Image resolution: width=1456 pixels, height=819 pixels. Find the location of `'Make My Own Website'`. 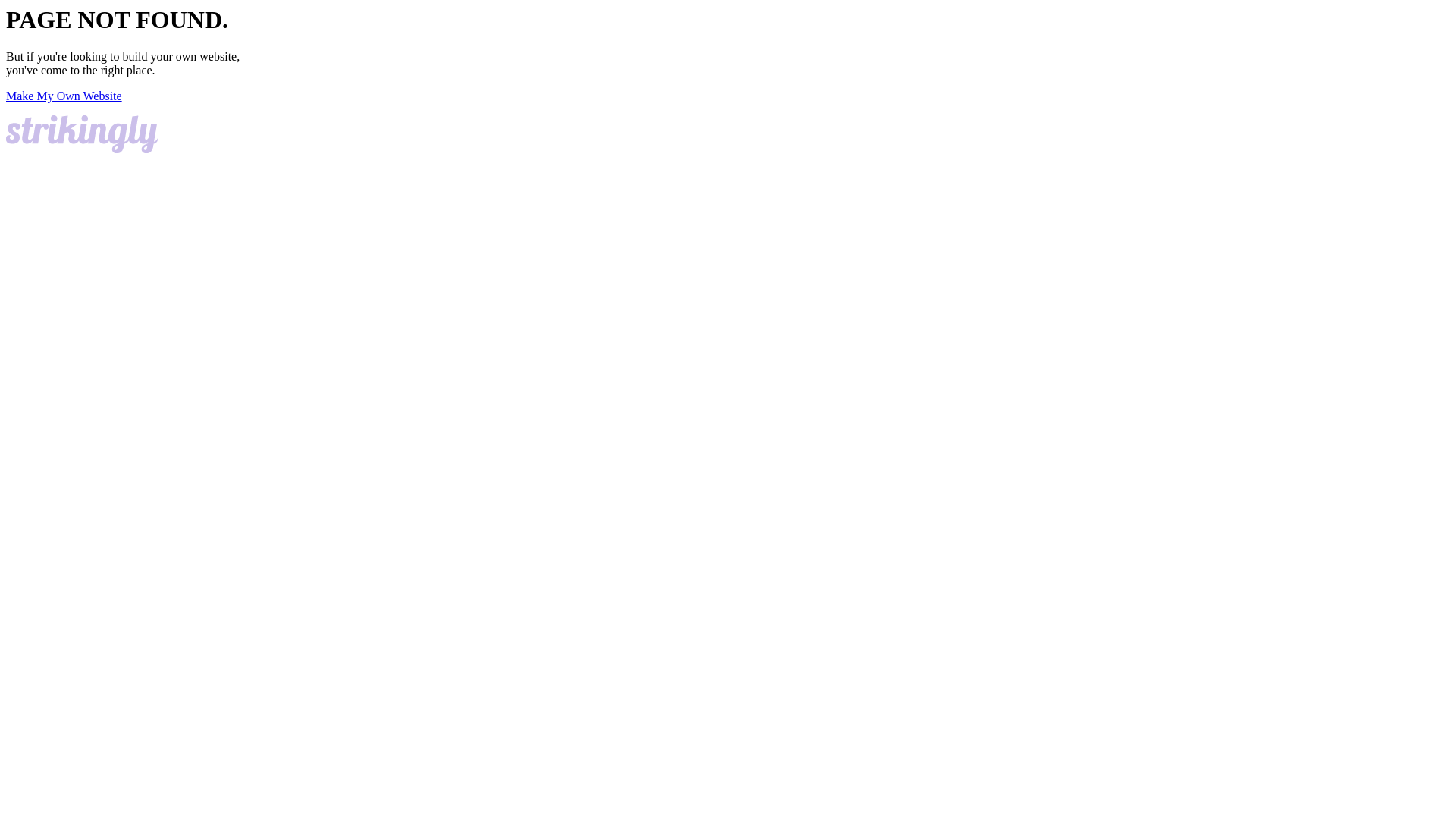

'Make My Own Website' is located at coordinates (63, 96).